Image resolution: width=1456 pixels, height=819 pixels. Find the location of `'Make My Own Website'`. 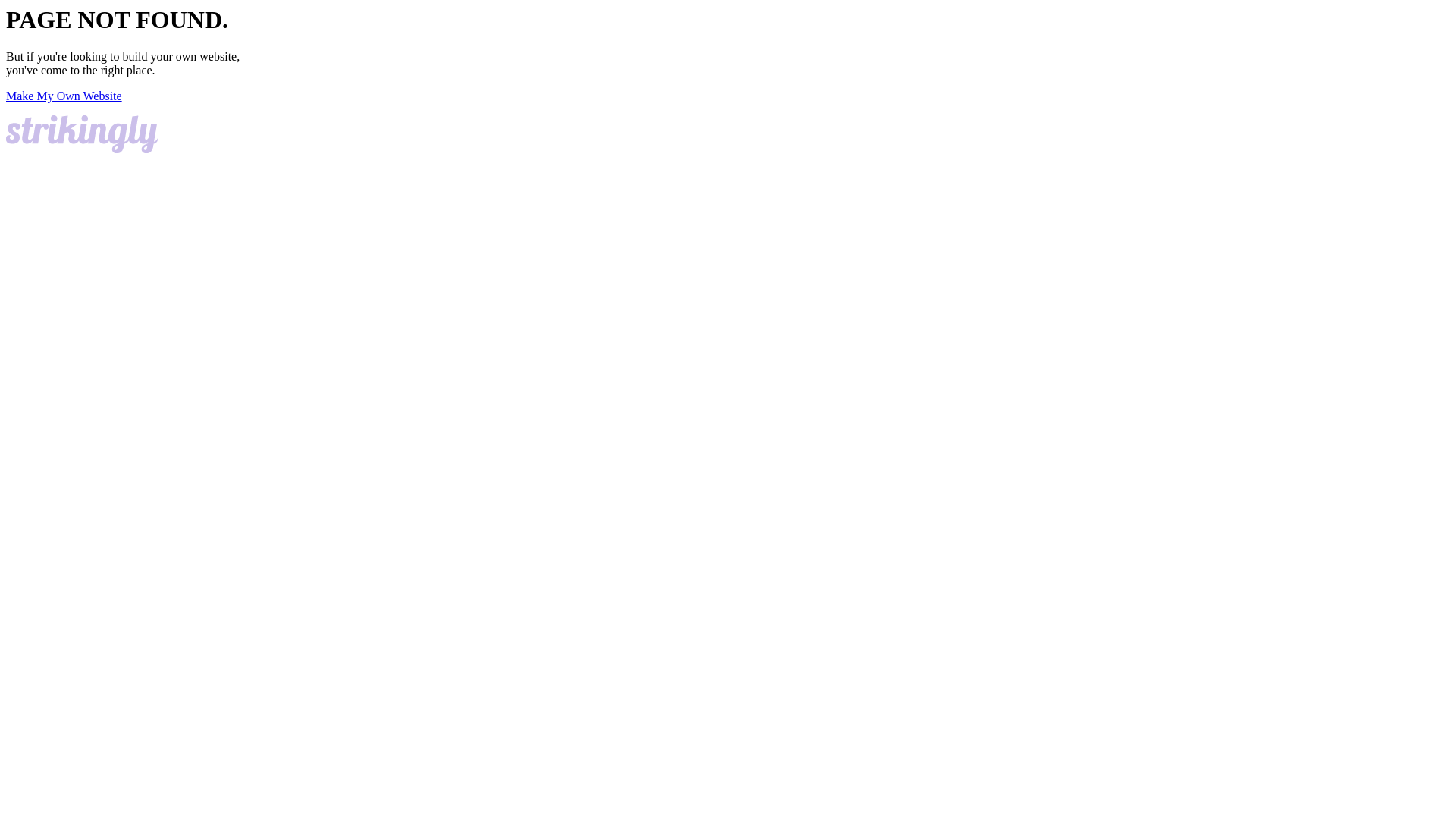

'Make My Own Website' is located at coordinates (63, 96).